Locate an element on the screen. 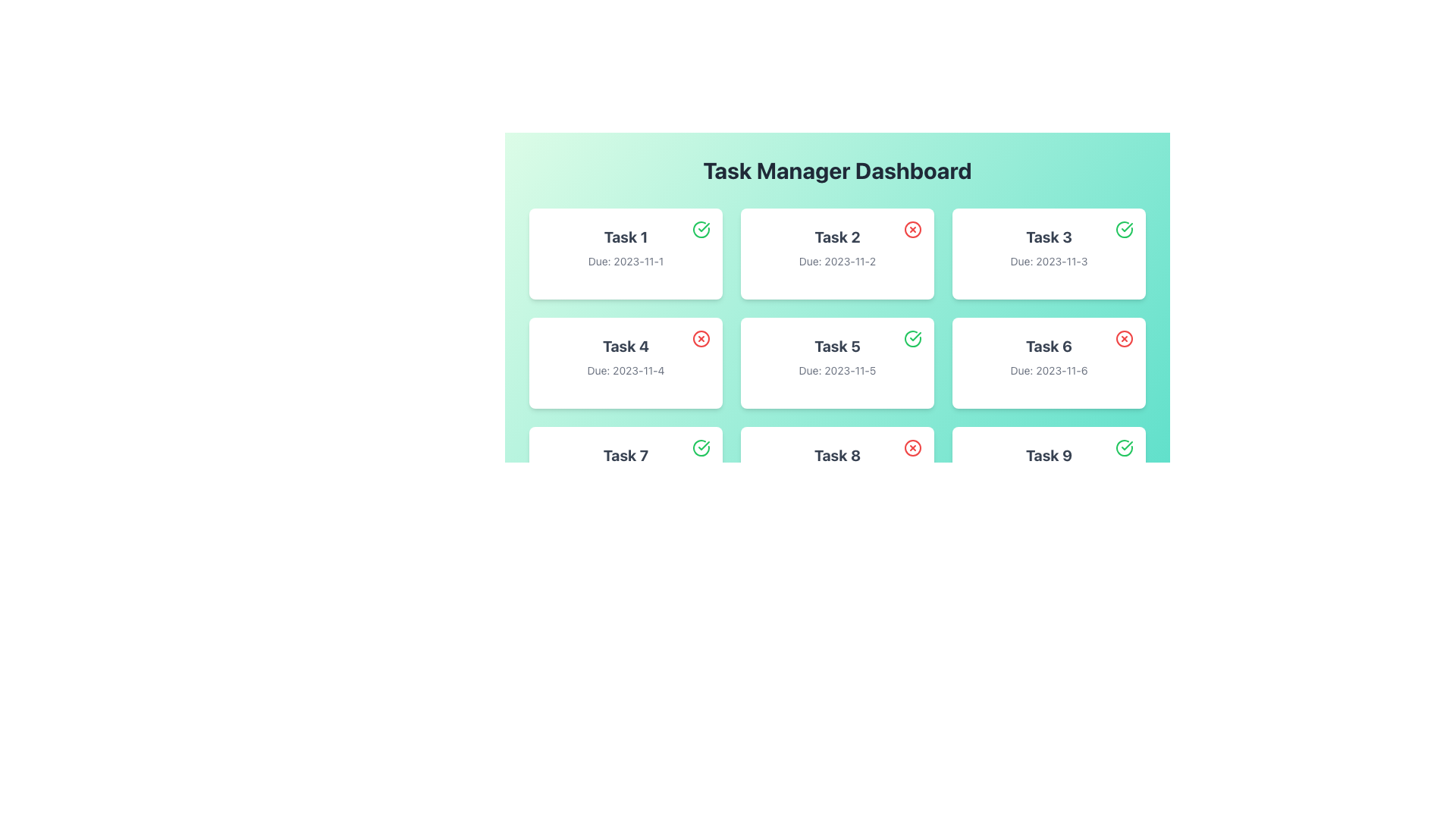 This screenshot has height=819, width=1456. the Circle element that signifies a close, remove, or error action associated with 'Task 2' is located at coordinates (912, 230).